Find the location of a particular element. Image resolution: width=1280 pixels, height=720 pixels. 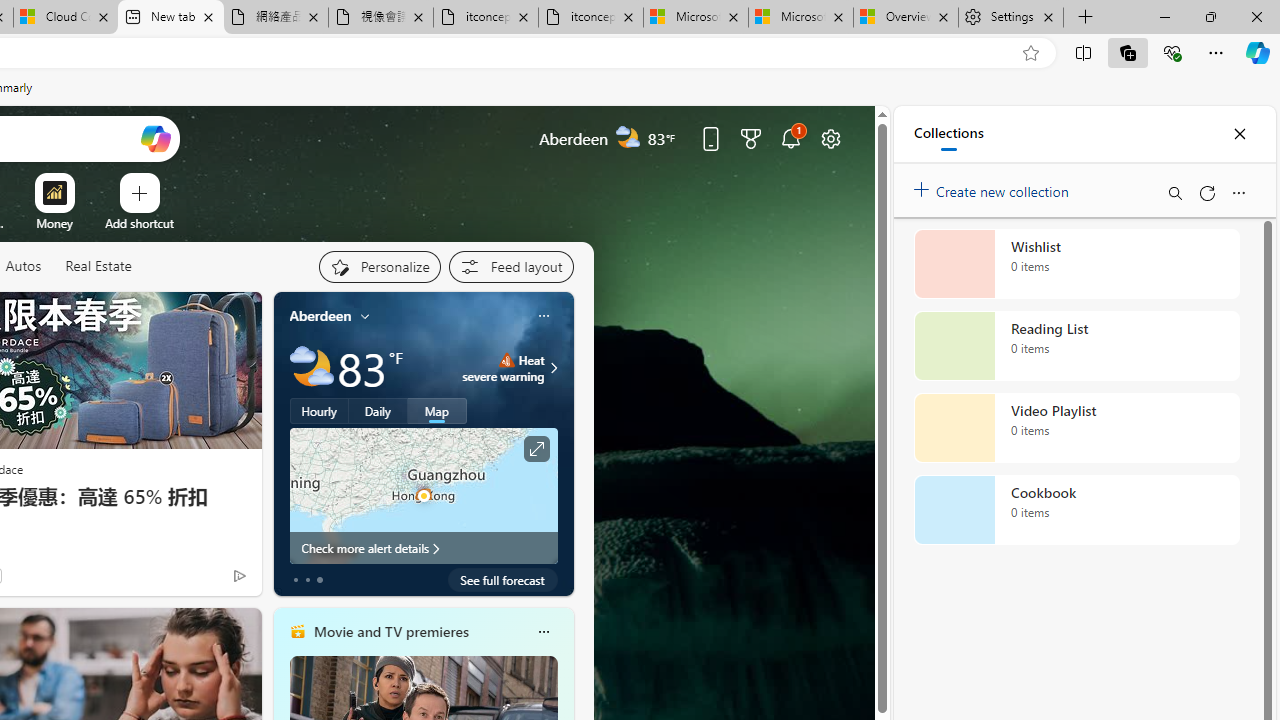

'See full forecast' is located at coordinates (502, 579).